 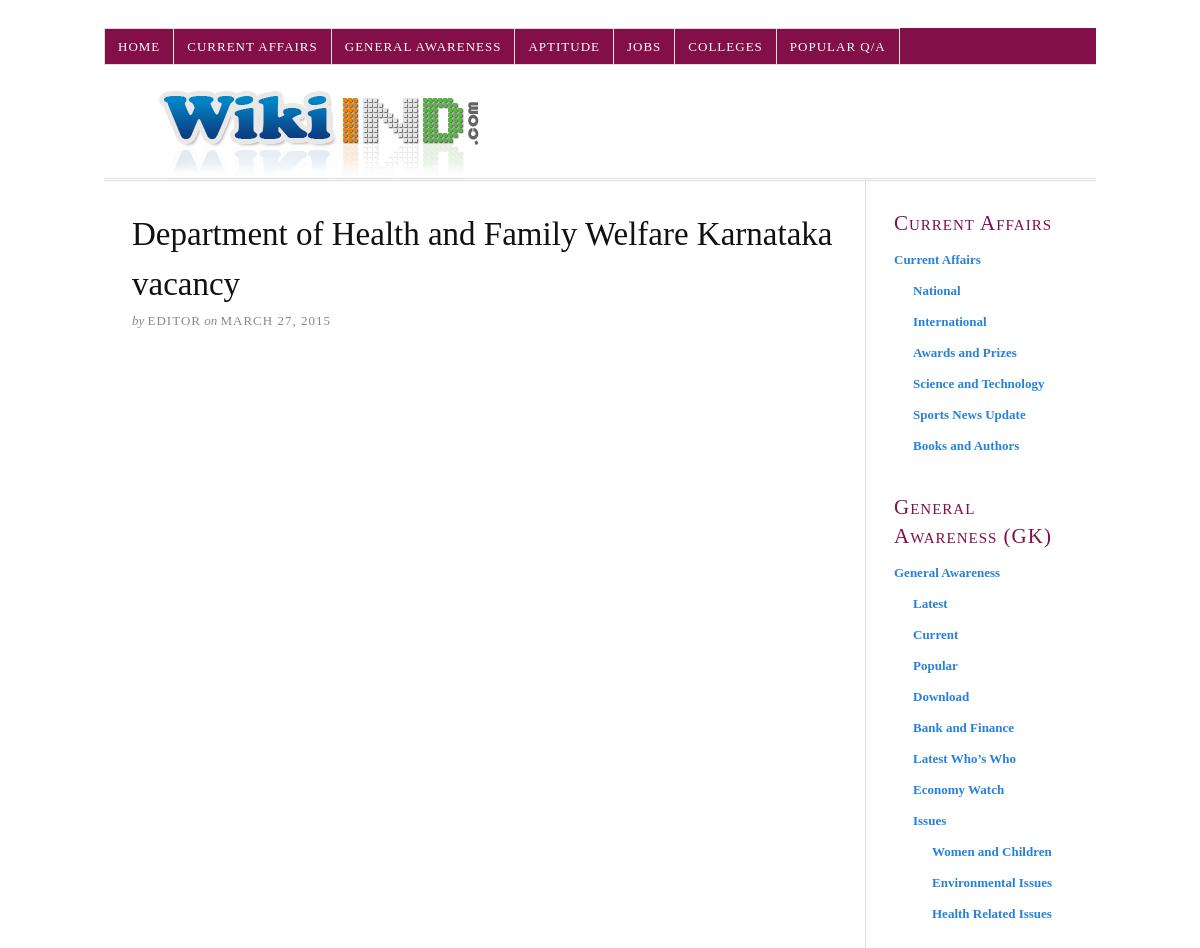 I want to click on 'Download', so click(x=941, y=695).